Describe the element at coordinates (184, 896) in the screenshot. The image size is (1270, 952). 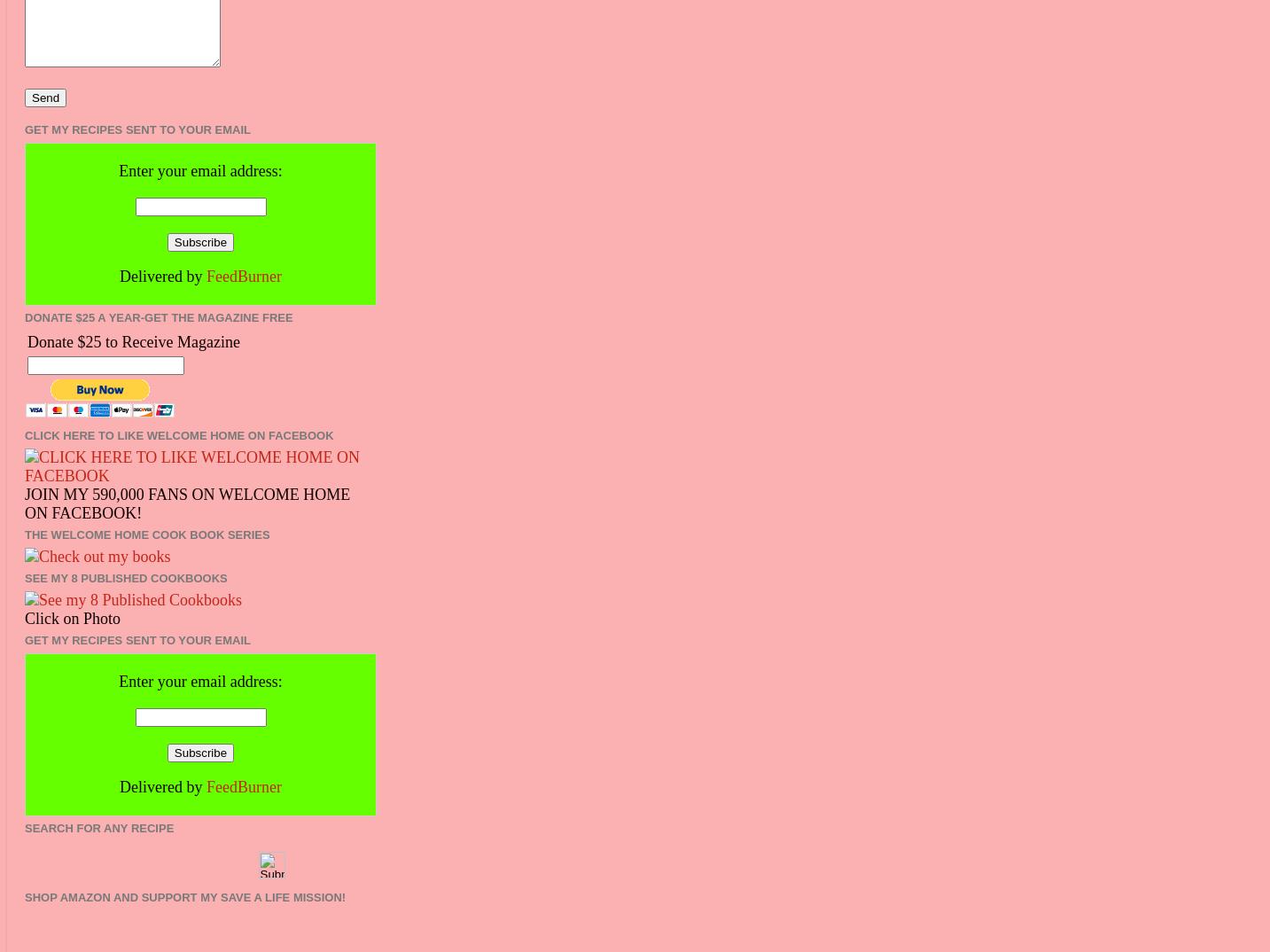
I see `'Shop Amazon and Support my Save A Life Mission!'` at that location.